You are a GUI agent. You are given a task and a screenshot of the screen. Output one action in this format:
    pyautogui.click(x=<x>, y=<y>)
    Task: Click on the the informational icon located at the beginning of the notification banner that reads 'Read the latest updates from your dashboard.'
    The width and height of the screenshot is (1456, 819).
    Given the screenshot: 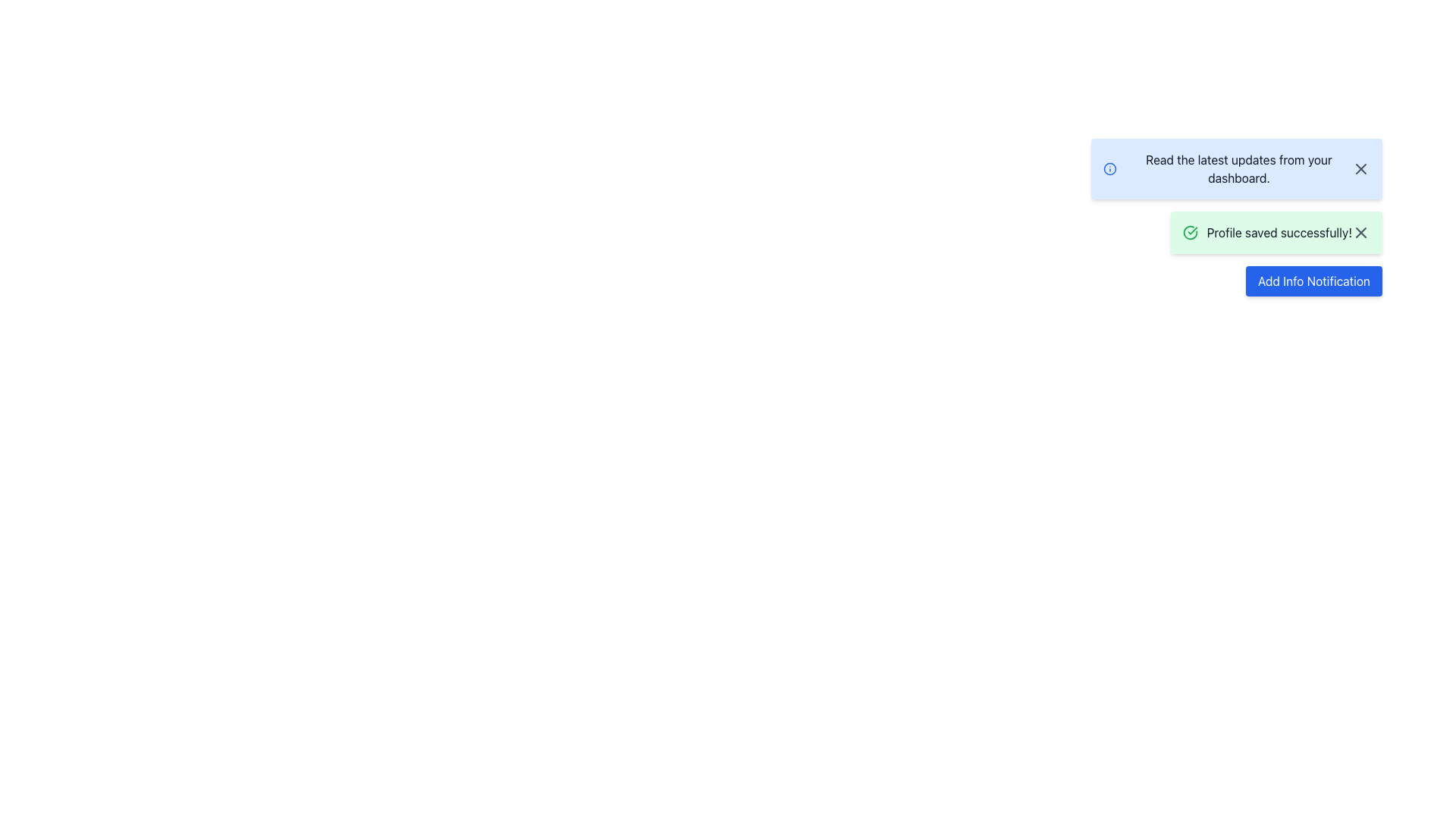 What is the action you would take?
    pyautogui.click(x=1110, y=169)
    